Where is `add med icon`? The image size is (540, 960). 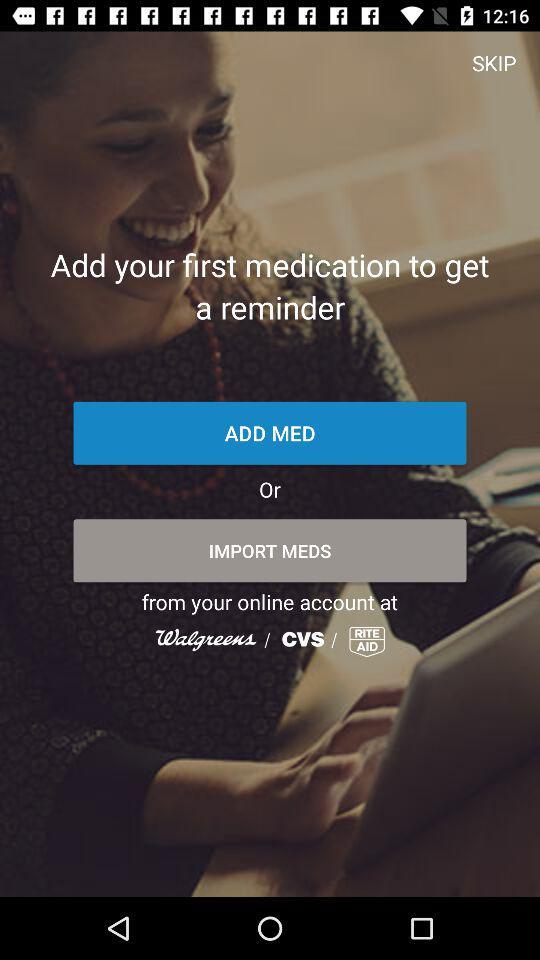
add med icon is located at coordinates (270, 433).